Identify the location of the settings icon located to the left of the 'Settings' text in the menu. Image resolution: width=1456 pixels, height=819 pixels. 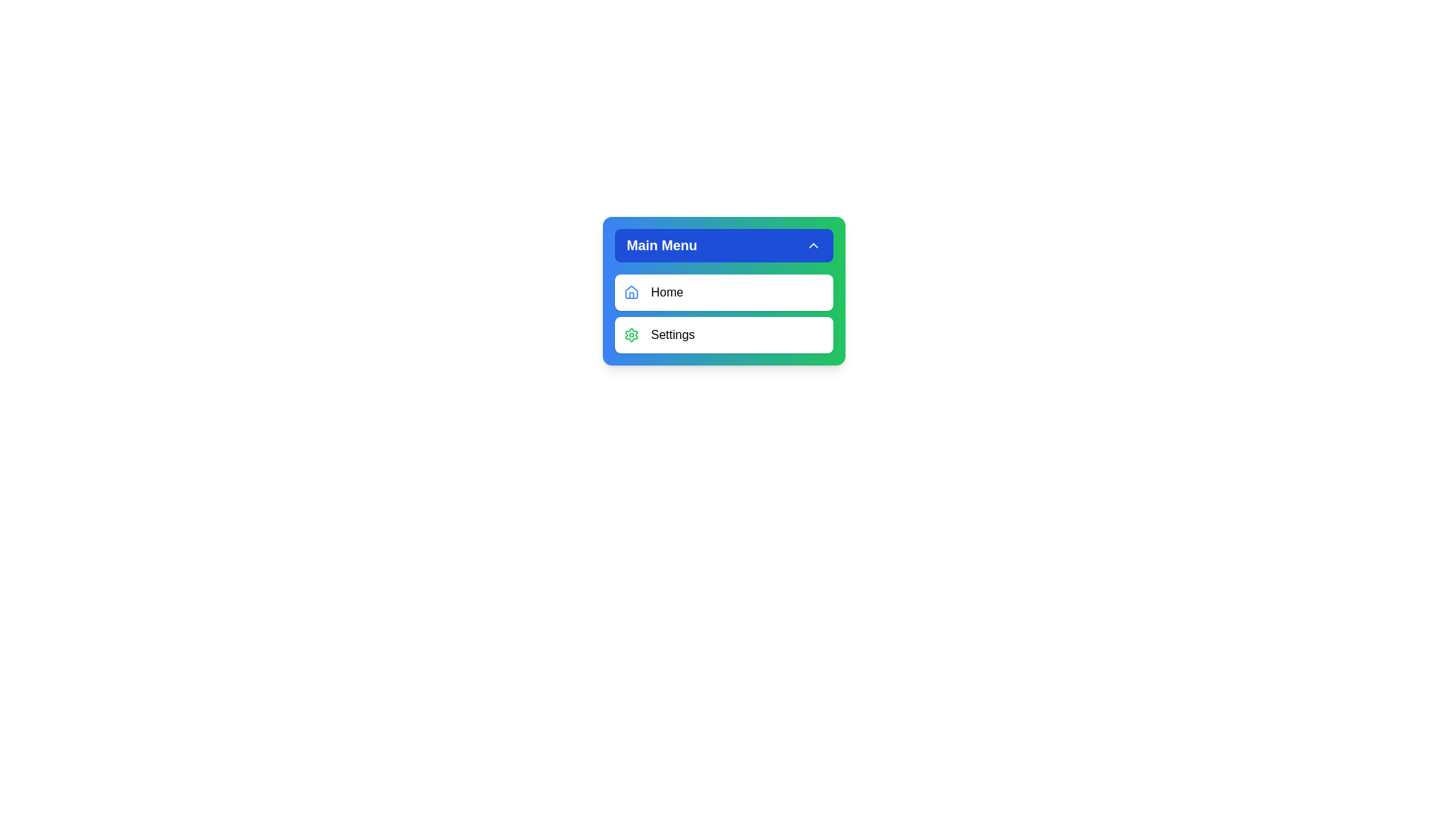
(631, 334).